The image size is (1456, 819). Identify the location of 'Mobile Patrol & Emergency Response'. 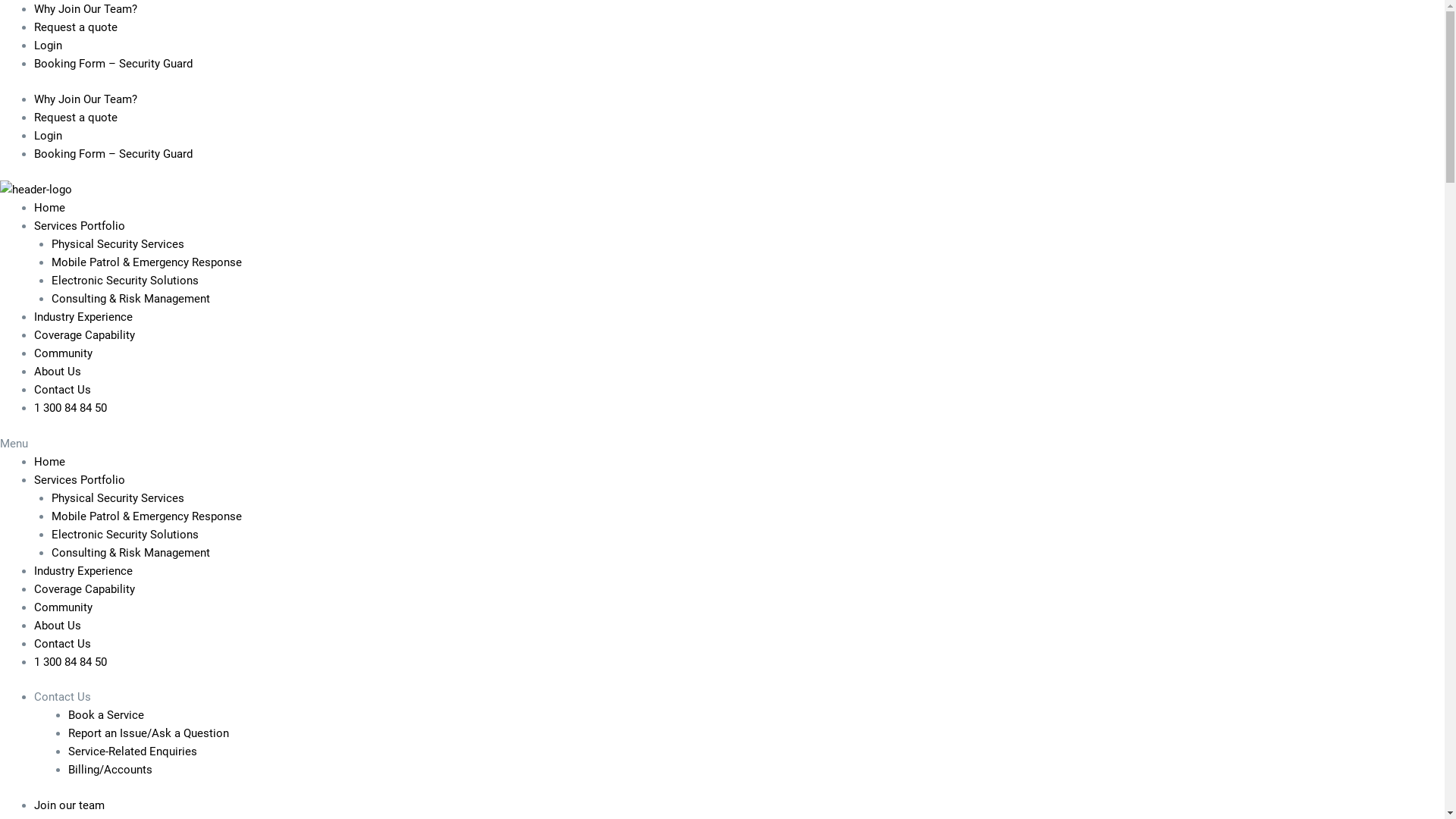
(146, 516).